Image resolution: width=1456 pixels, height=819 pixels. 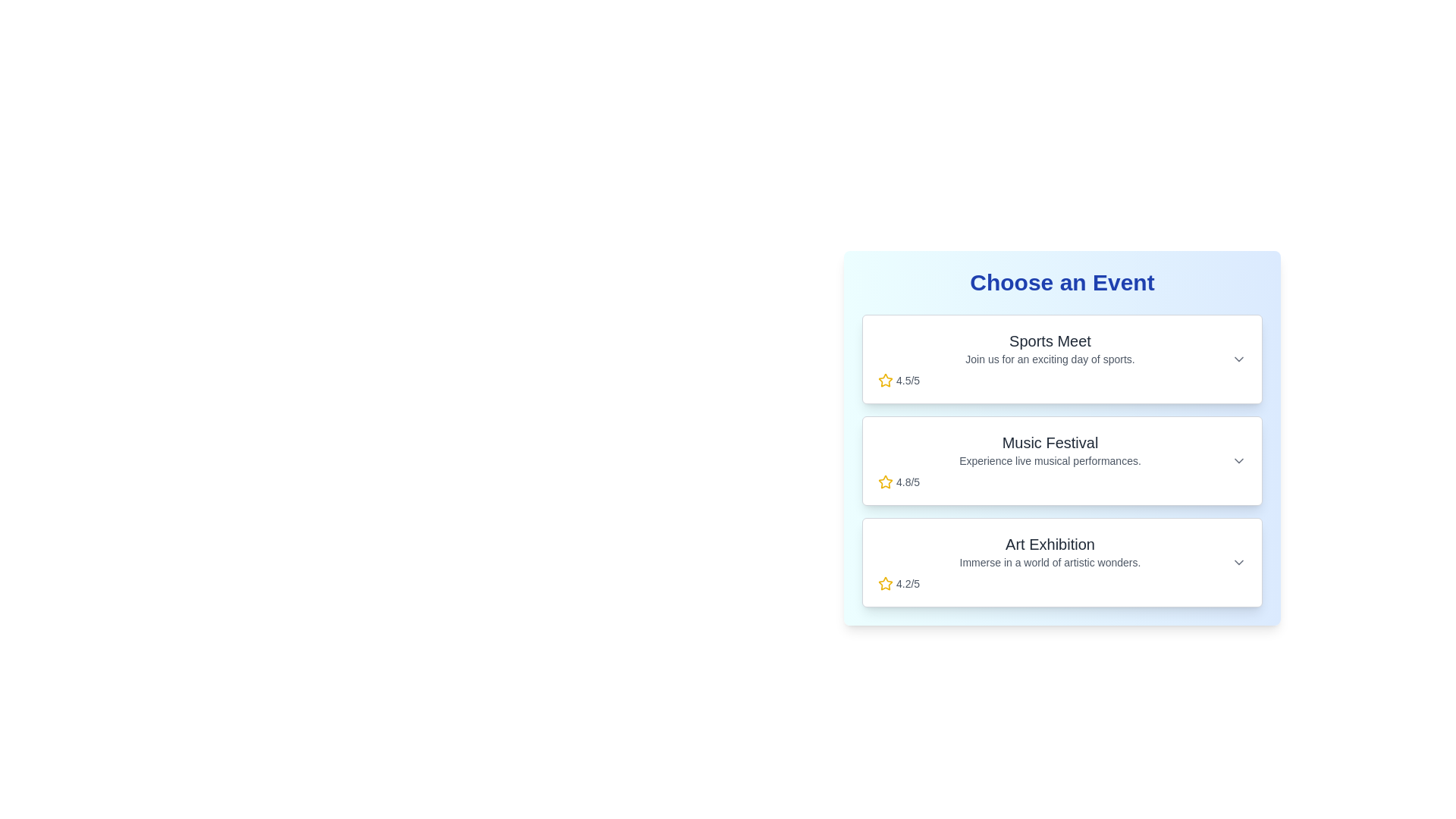 I want to click on the icon indicating the dropdown for the 'Music Festival' event, located at the far right of the event card, so click(x=1238, y=460).